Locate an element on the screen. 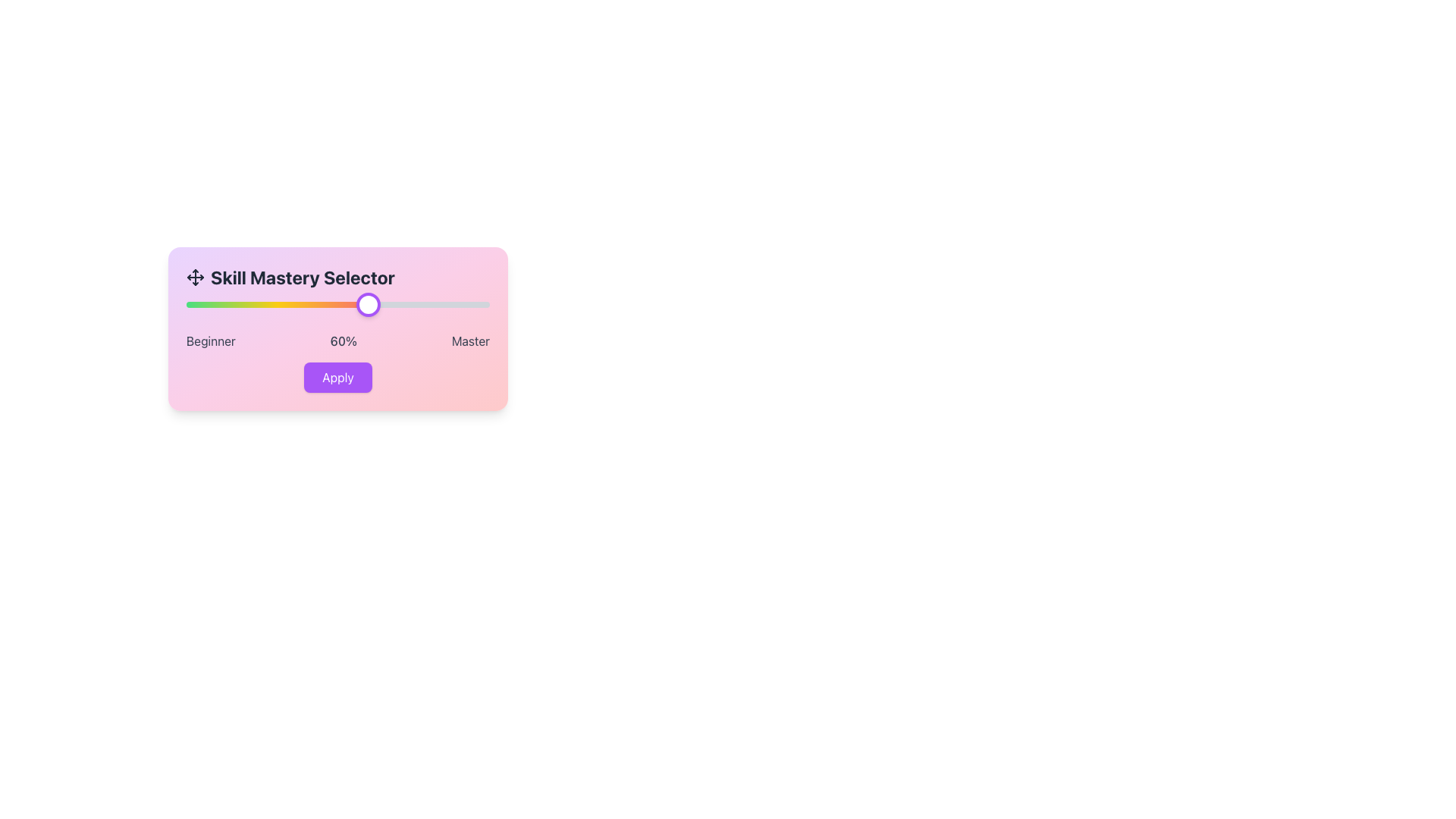 The width and height of the screenshot is (1456, 819). the Skill Mastery level is located at coordinates (381, 304).